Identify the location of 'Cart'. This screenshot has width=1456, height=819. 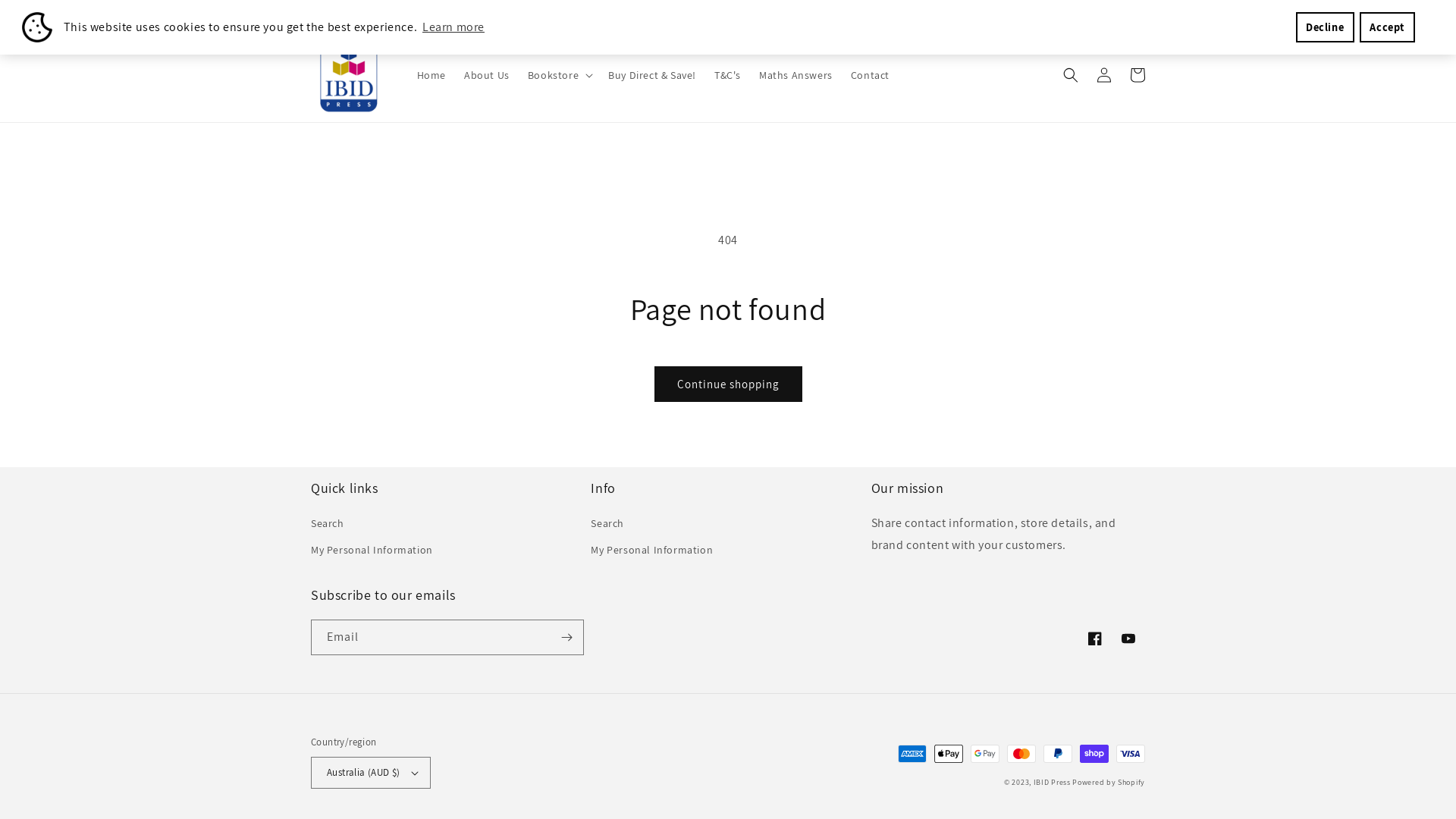
(1137, 75).